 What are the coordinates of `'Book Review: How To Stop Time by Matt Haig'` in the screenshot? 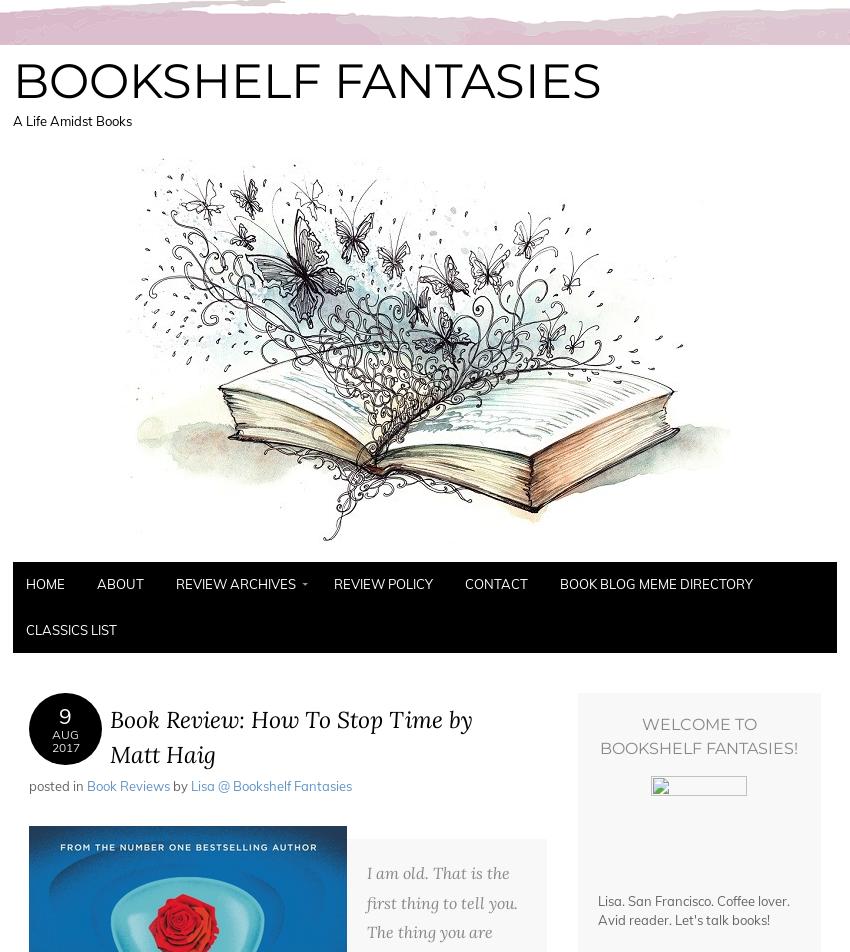 It's located at (290, 736).